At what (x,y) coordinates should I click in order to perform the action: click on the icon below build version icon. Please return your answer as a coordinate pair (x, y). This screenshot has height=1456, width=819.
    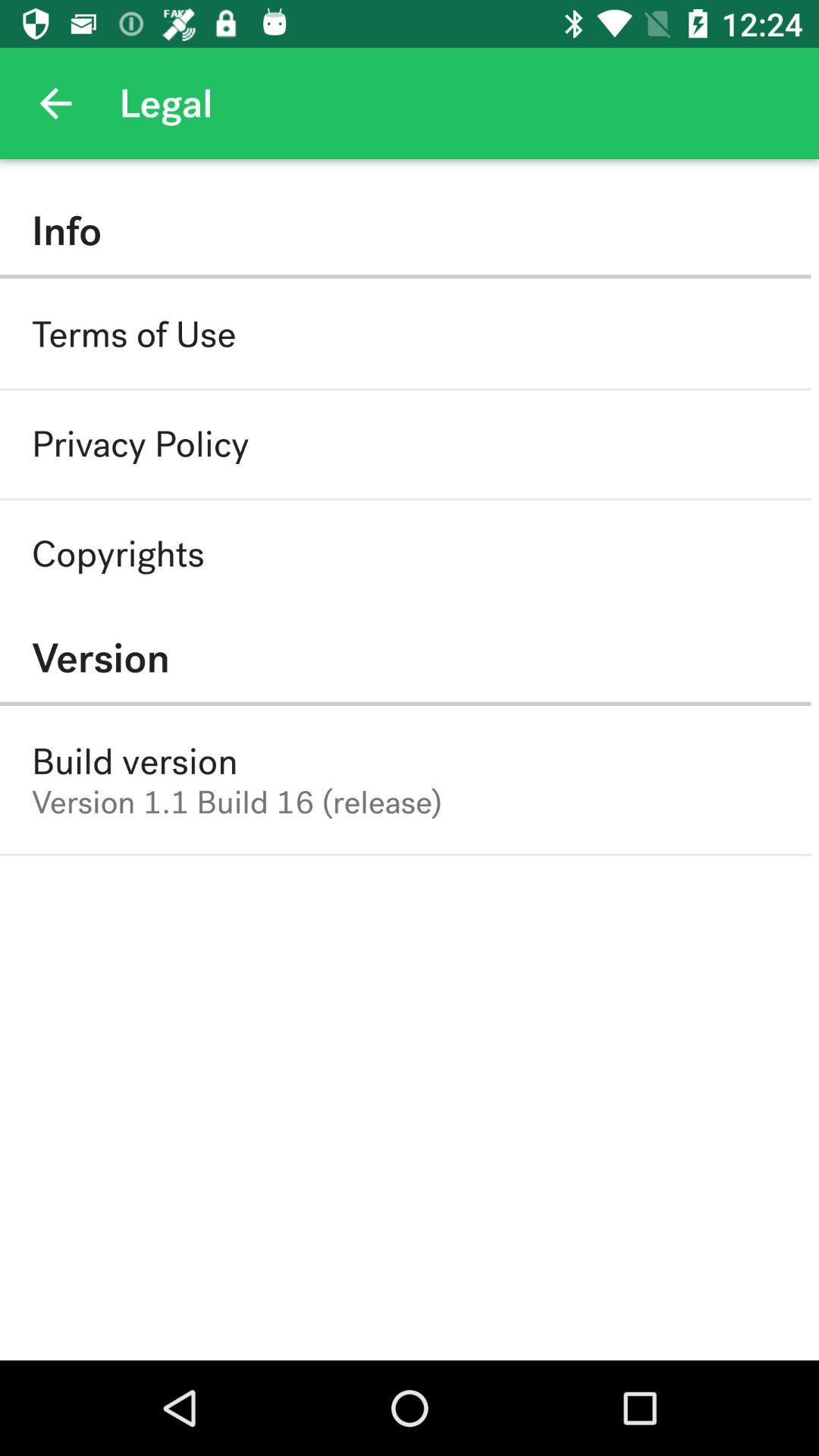
    Looking at the image, I should click on (237, 802).